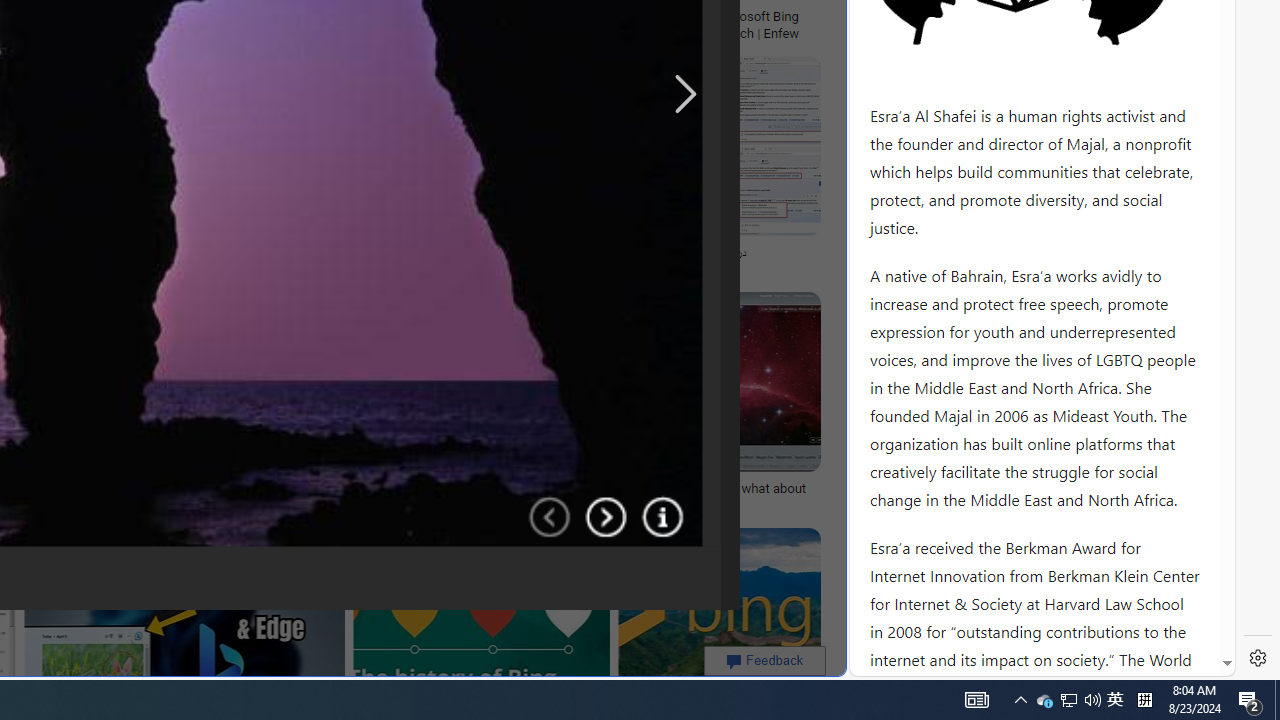  I want to click on 'Microsoft Bing Search | Enfew', so click(762, 24).